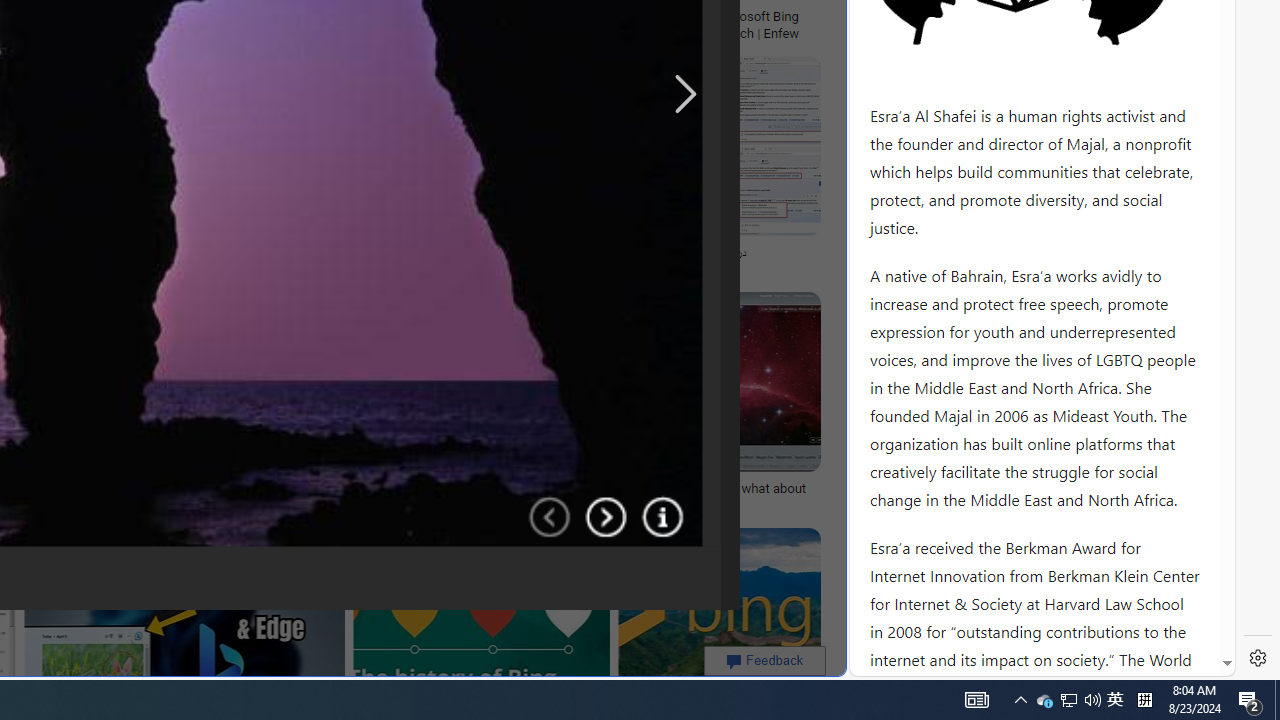  I want to click on 'Microsoft Bing Search | Enfew', so click(762, 24).